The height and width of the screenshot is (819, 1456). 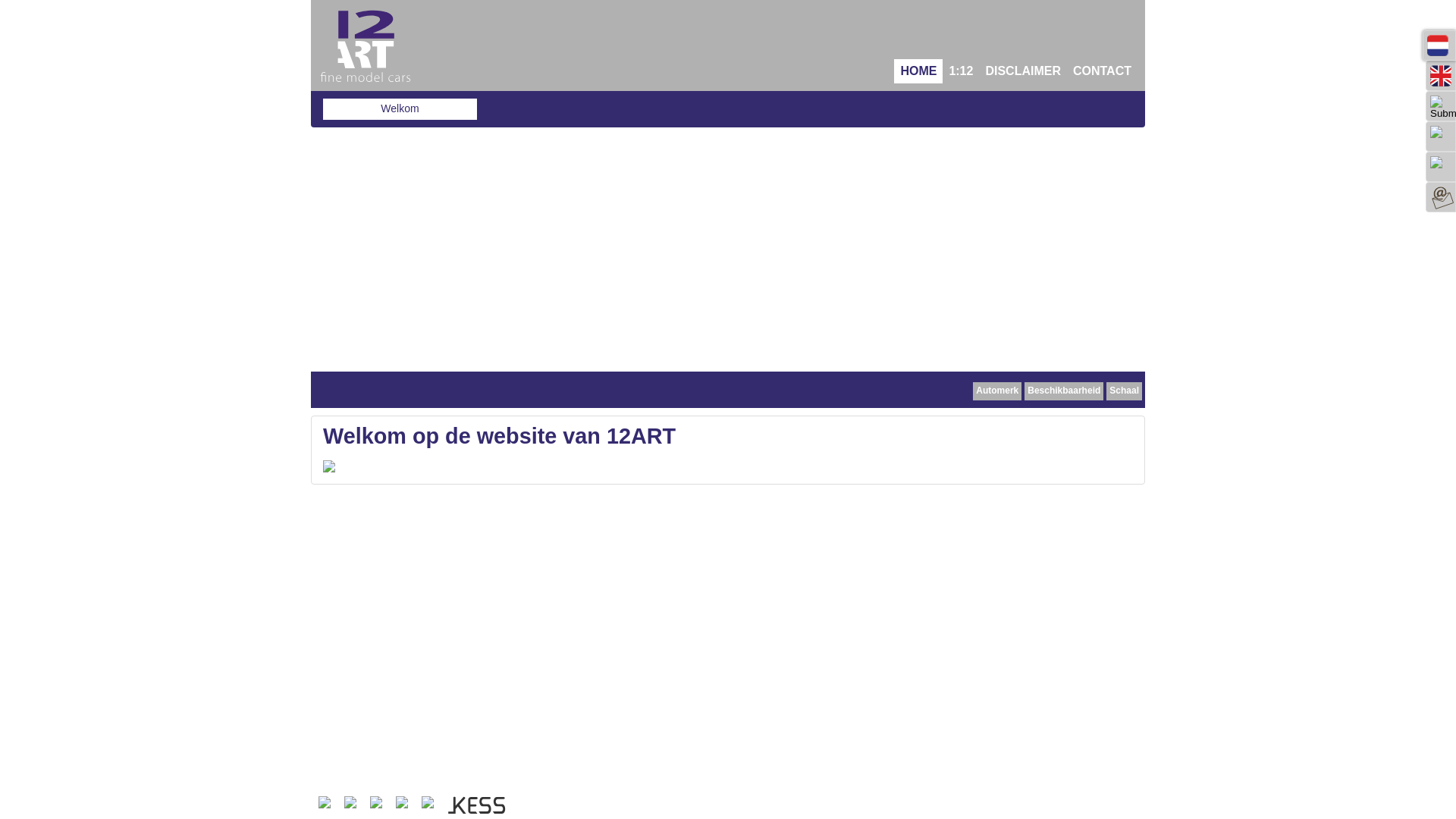 I want to click on 'DISCLAIMER', so click(x=1022, y=71).